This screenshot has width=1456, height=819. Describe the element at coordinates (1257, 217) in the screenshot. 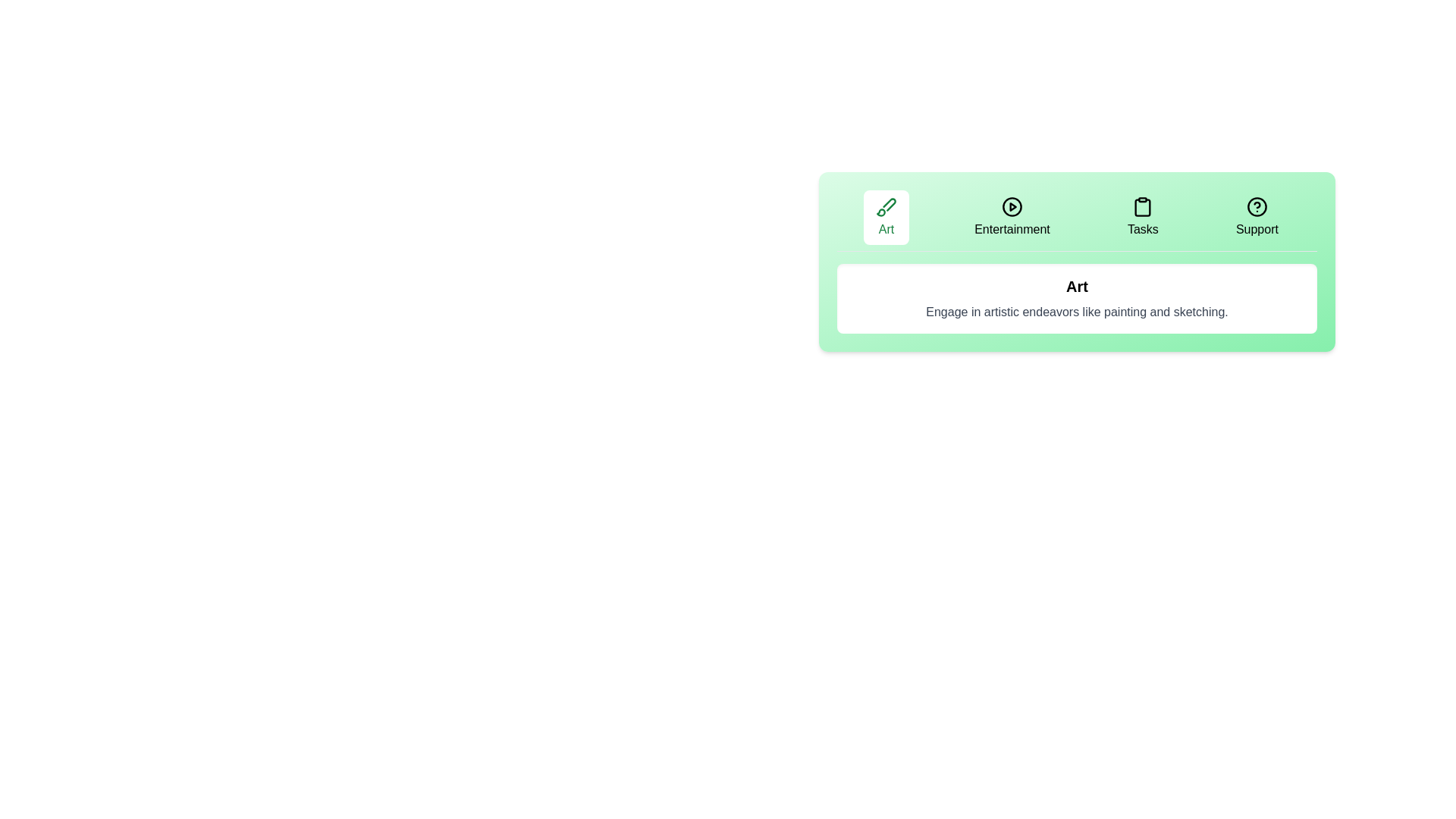

I see `the 'Support' button, which is the fourth button from the left in a horizontal group of buttons, to trigger hover effects` at that location.